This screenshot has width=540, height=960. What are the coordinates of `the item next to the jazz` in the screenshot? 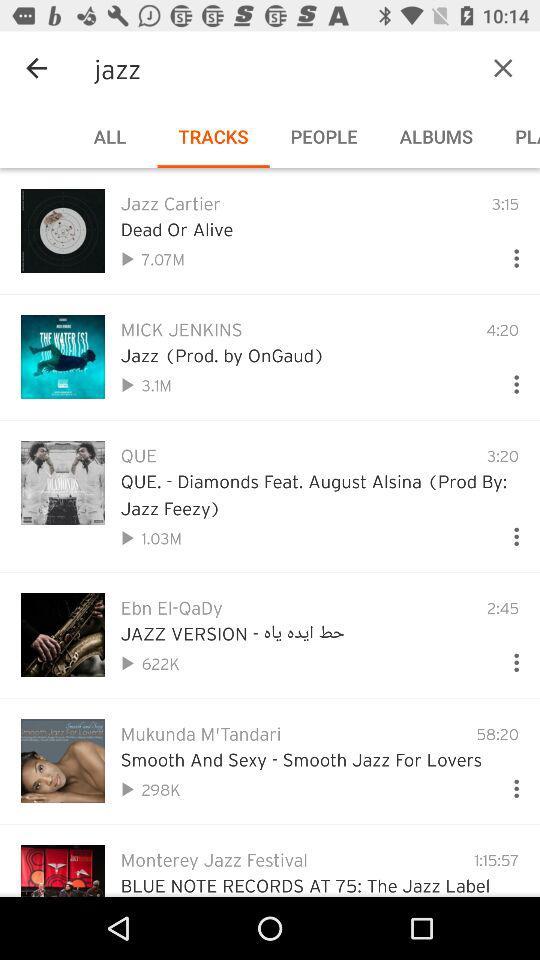 It's located at (502, 68).